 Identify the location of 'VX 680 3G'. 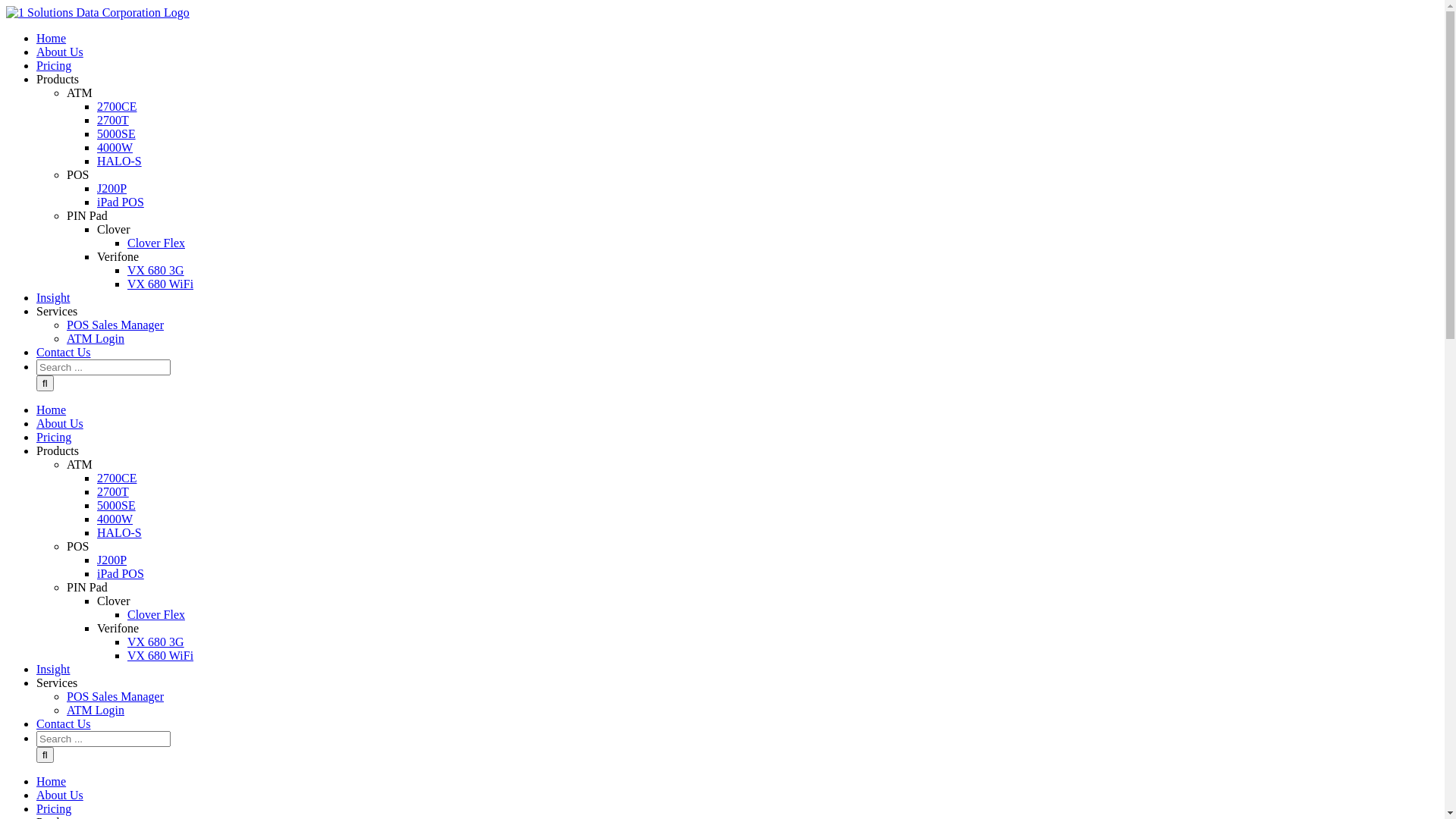
(155, 642).